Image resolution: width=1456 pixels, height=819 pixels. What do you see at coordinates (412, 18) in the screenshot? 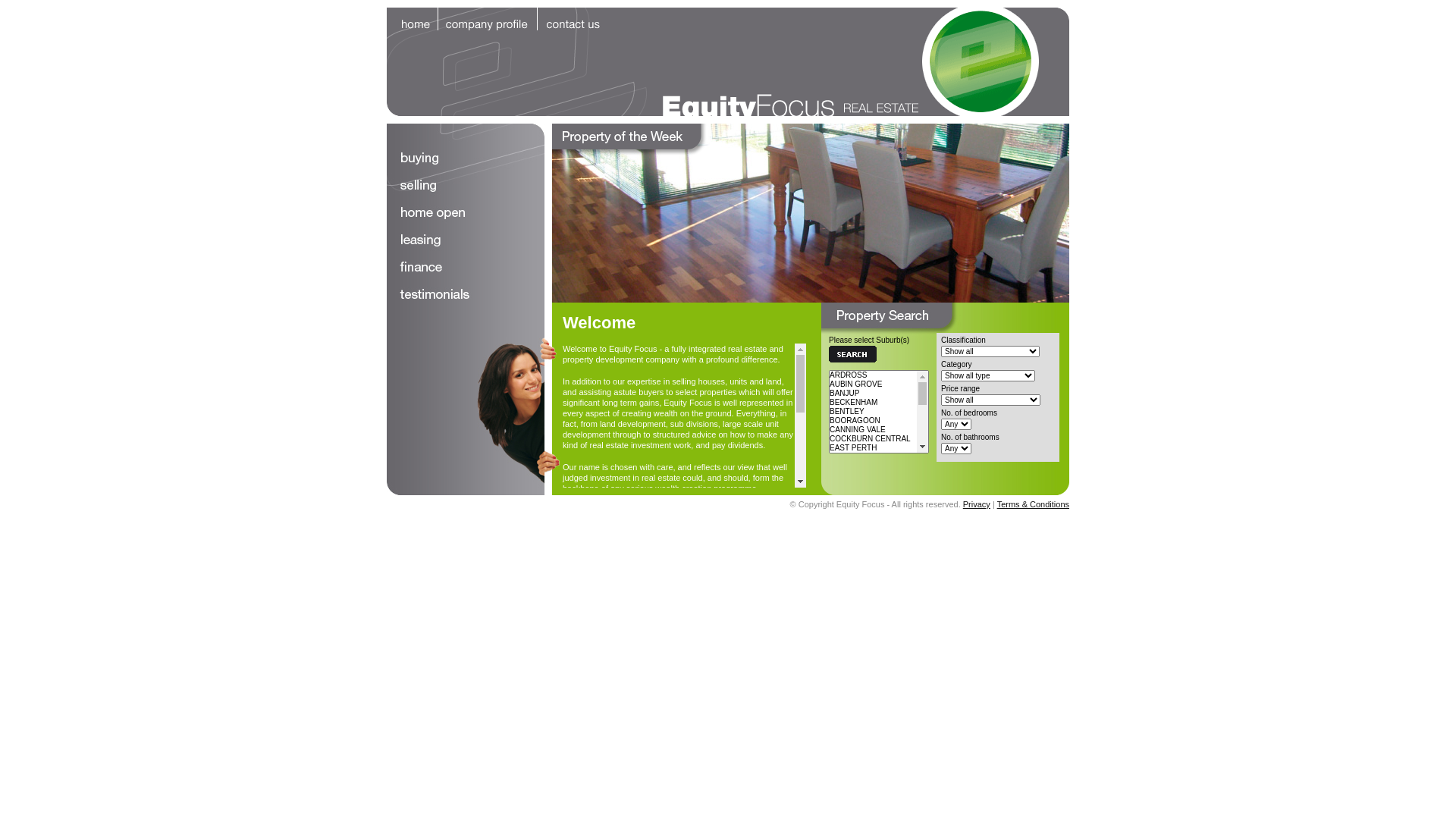
I see `'home'` at bounding box center [412, 18].